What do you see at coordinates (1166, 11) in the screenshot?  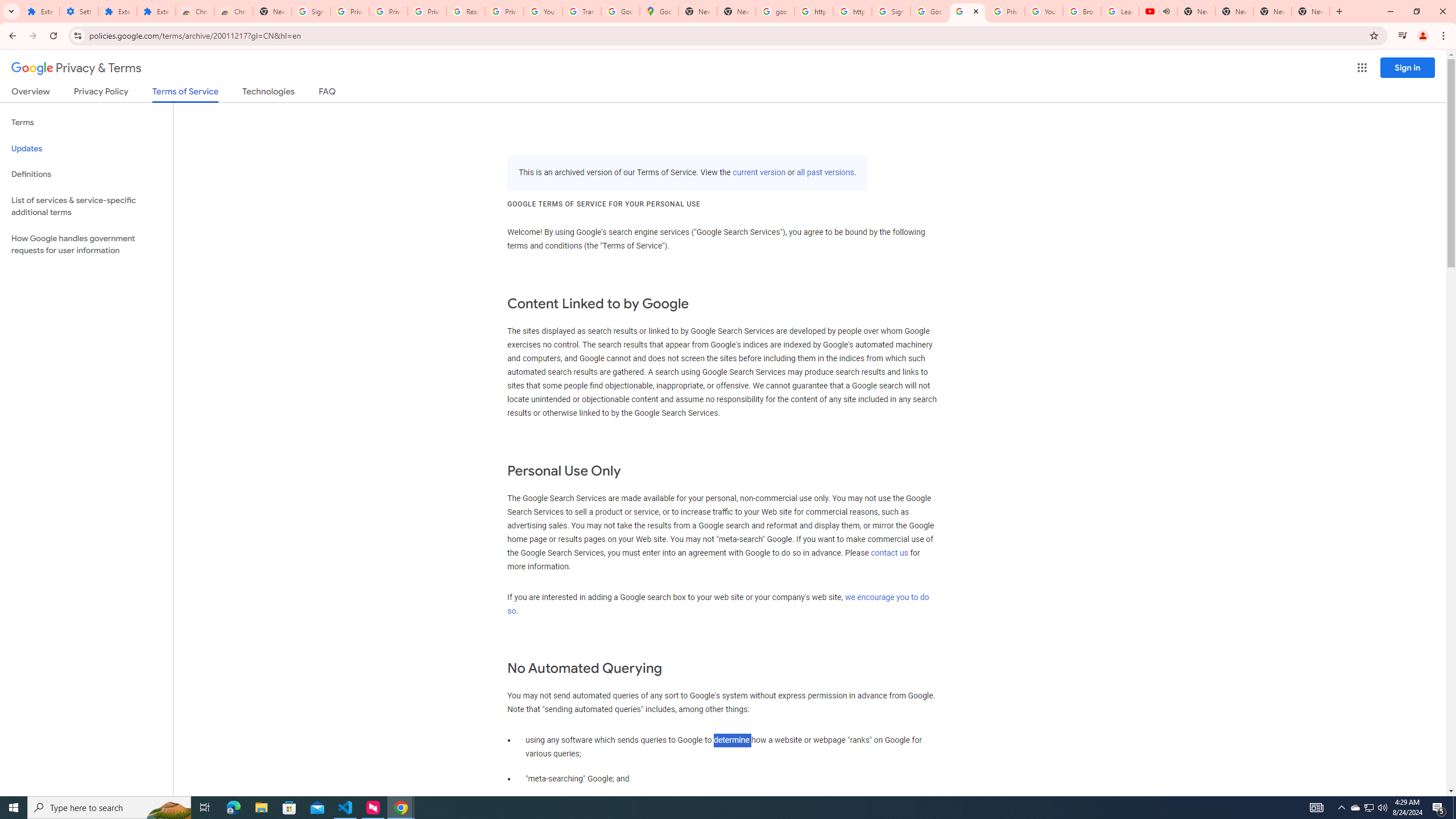 I see `'Mute tab'` at bounding box center [1166, 11].